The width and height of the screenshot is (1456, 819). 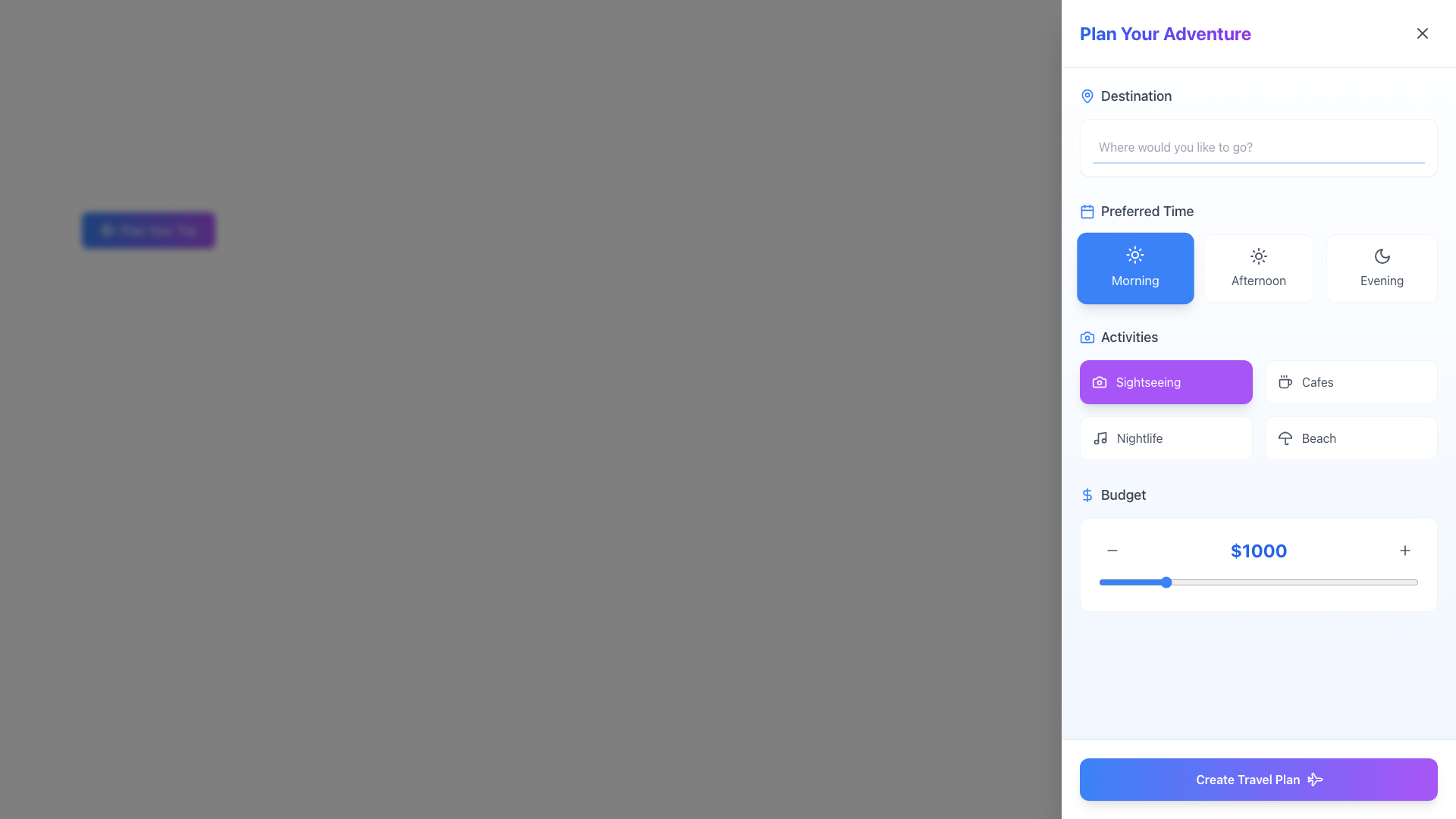 I want to click on the decorative icon associated with the 'Evening' time selection in the 'Preferred Time' category, so click(x=1382, y=256).